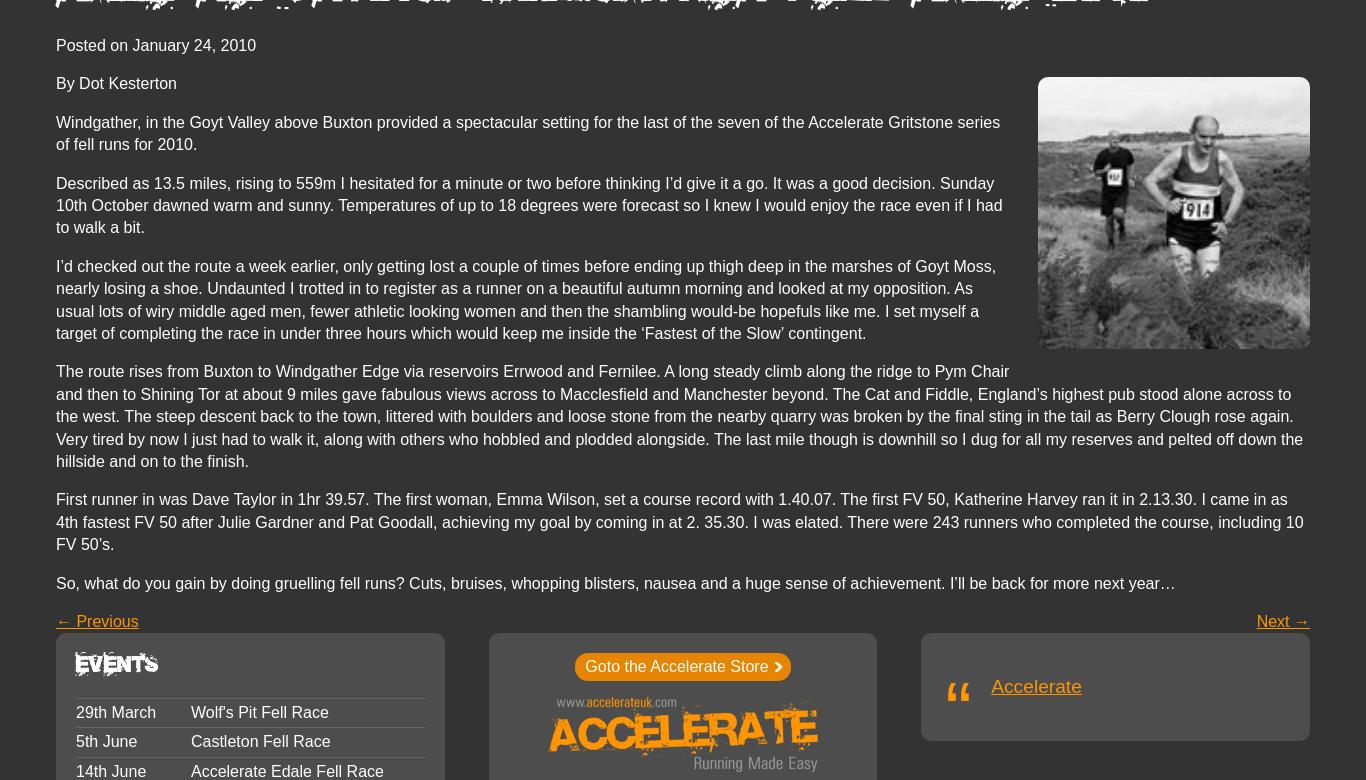  I want to click on 'Described as 13.5 miles, rising to 559m I hesitated for a minute or two before thinking I’d give it a go. It was a good decision. Sunday 10th October dawned warm and sunny. Temperatures of up to 18 degrees were forecast so I knew I would enjoy the race even if I had to walk a bit.', so click(56, 204).